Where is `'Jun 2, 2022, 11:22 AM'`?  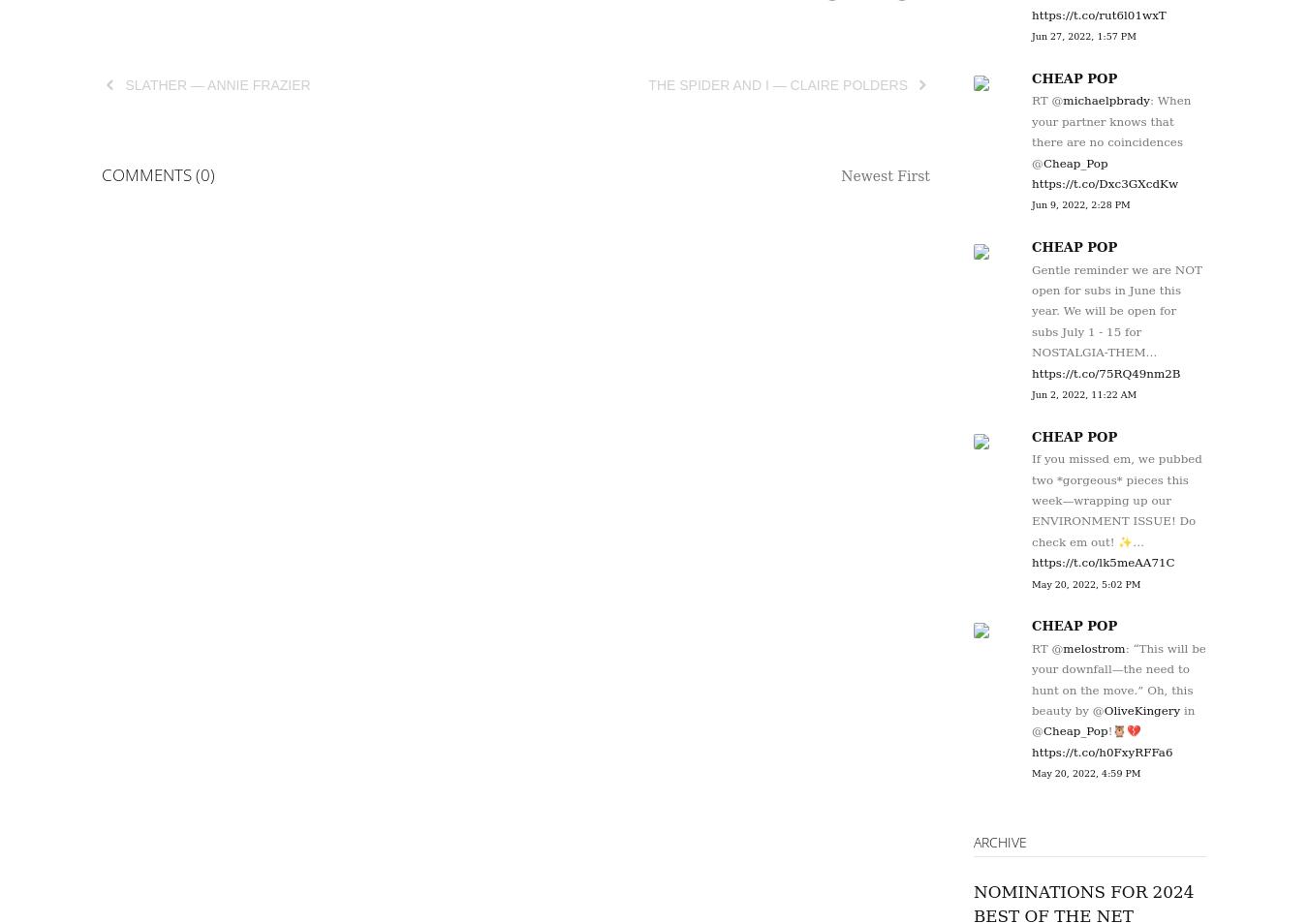 'Jun 2, 2022, 11:22 AM' is located at coordinates (1084, 393).